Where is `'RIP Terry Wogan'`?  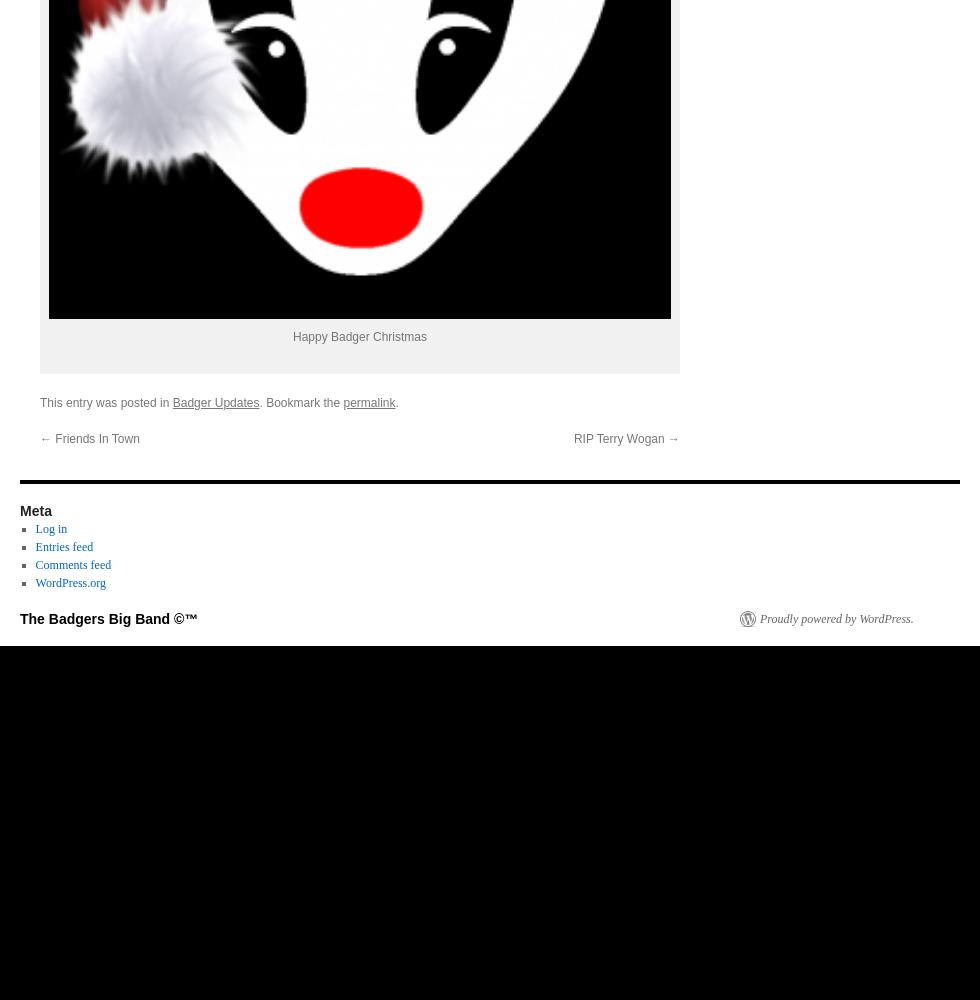
'RIP Terry Wogan' is located at coordinates (620, 438).